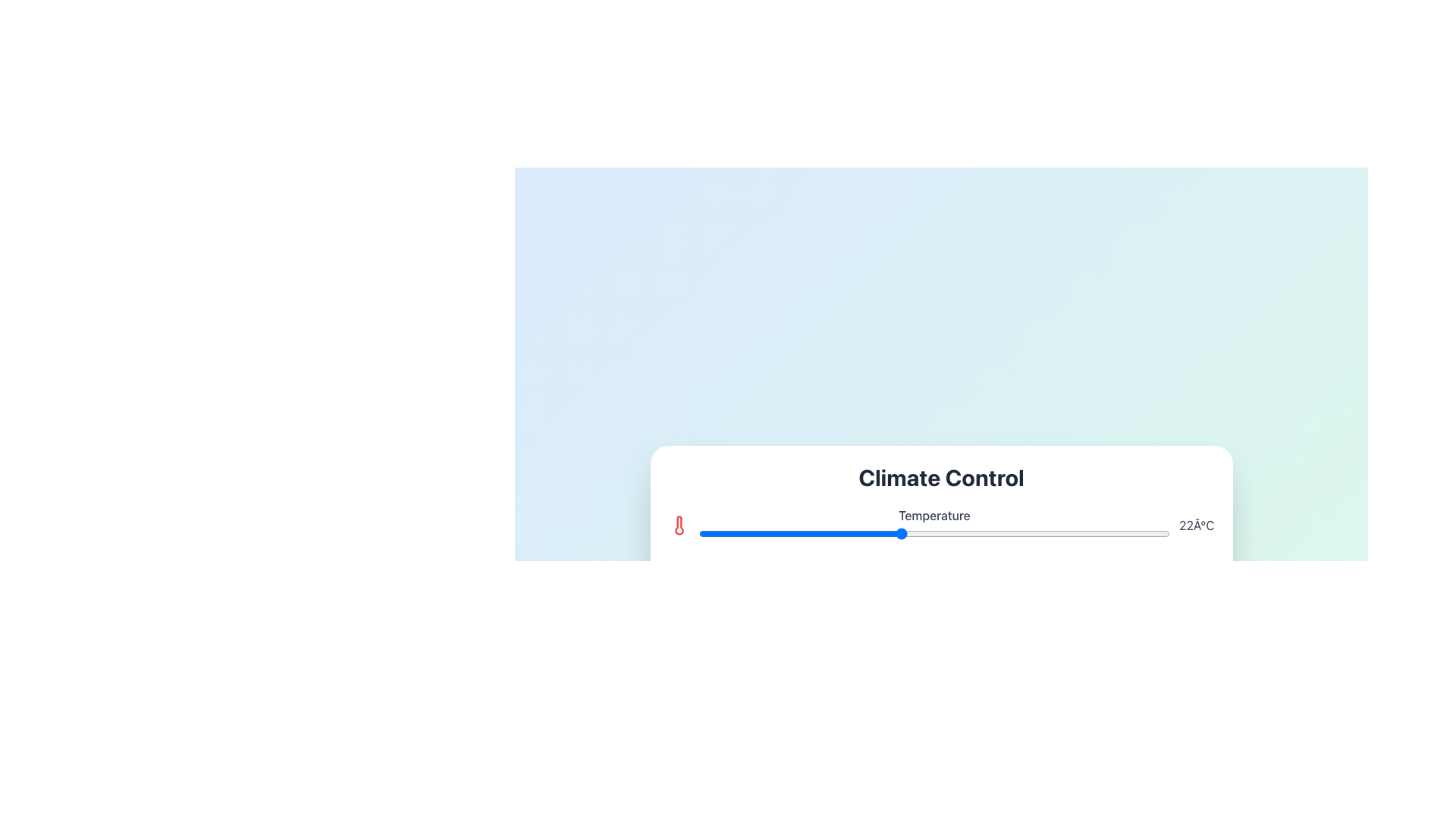  I want to click on the filled portion of the thermometer icon located within the 'Climate Control' card, which represents a temperature measure, so click(678, 525).